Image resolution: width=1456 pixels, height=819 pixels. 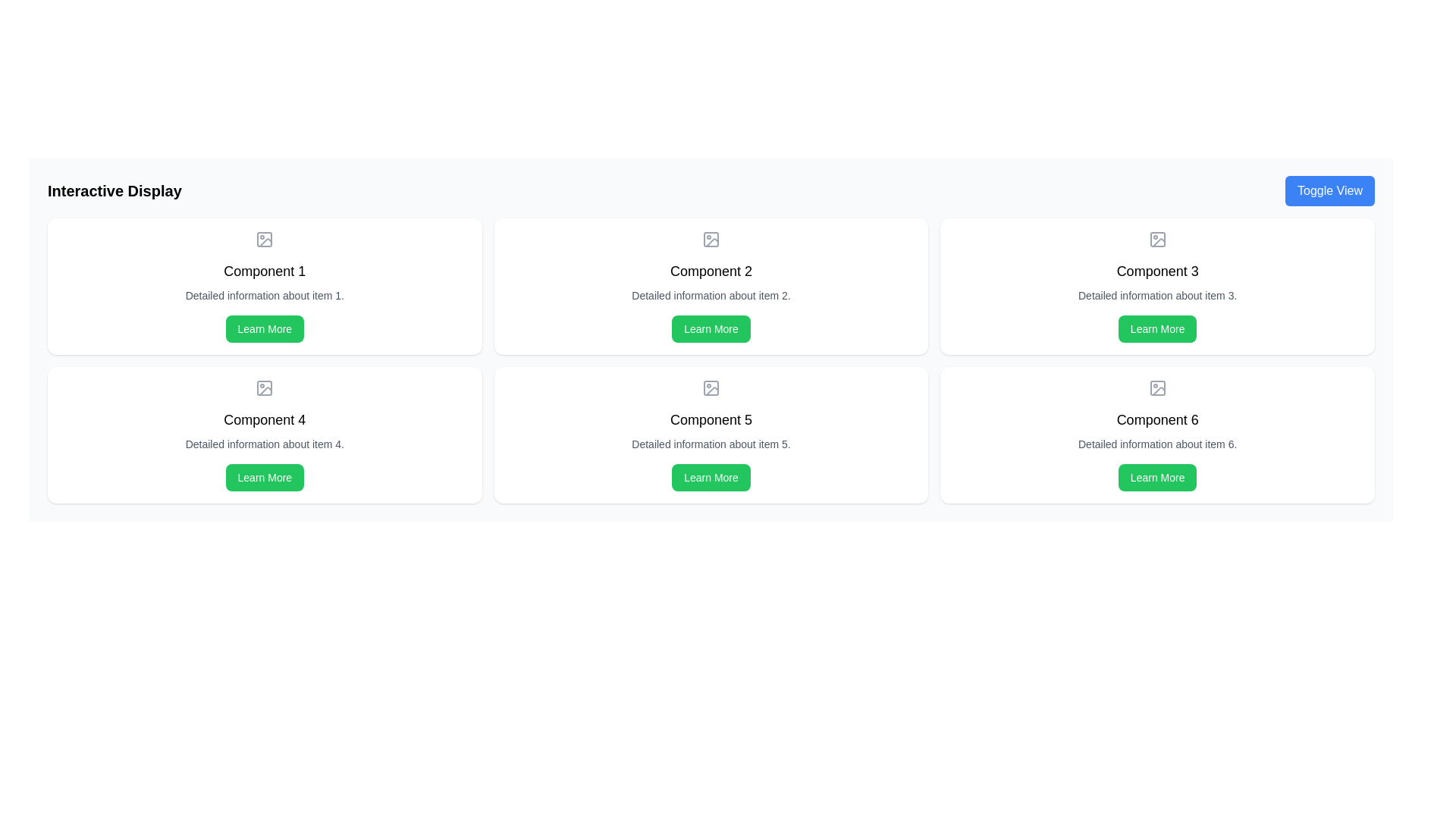 I want to click on the 'Learn More' button, which is a green rectangular button with rounded corners located at the bottom-center of 'Component 5', so click(x=710, y=476).